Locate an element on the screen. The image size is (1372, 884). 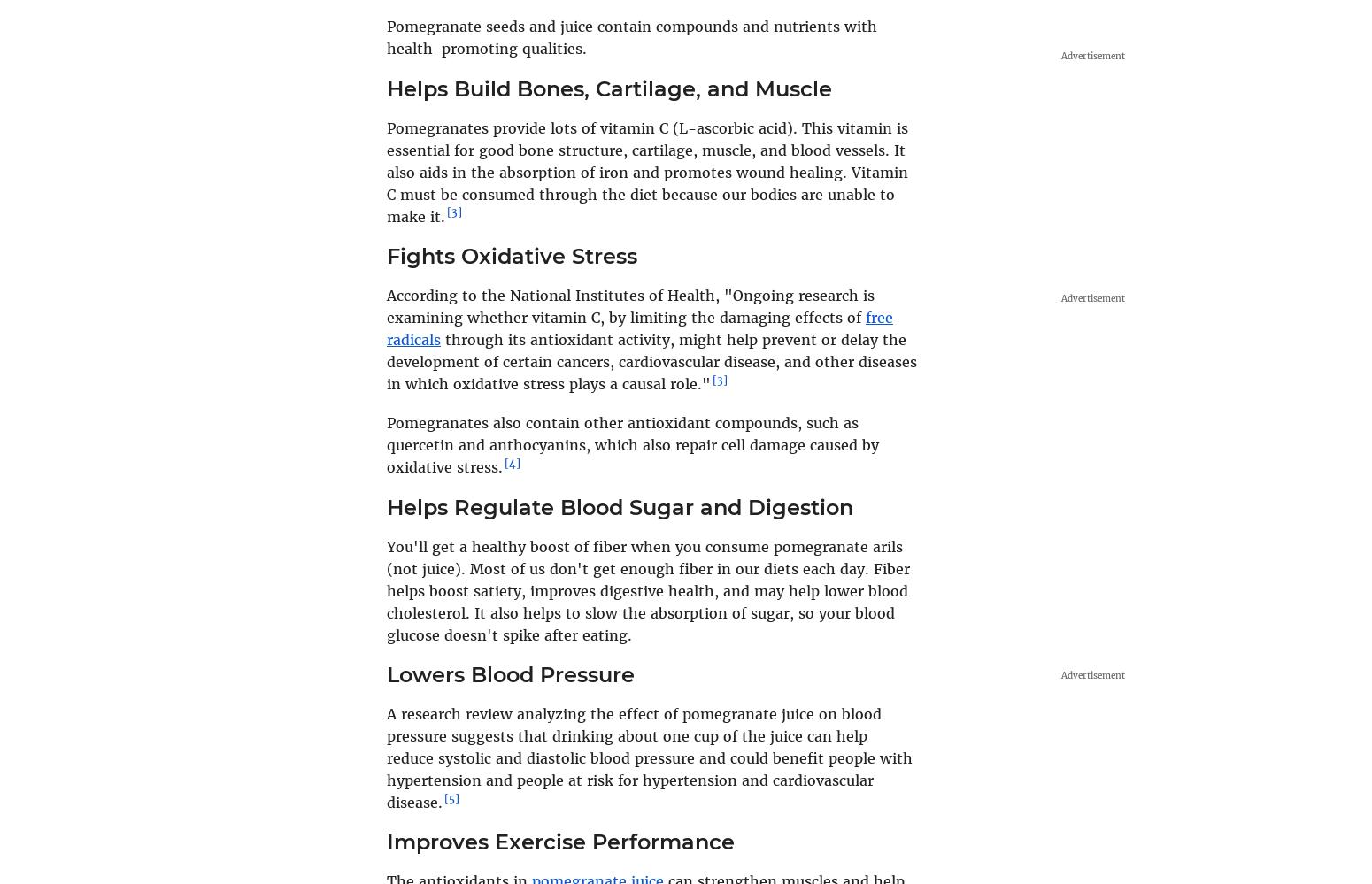
'Improves Exercise Performance' is located at coordinates (559, 841).